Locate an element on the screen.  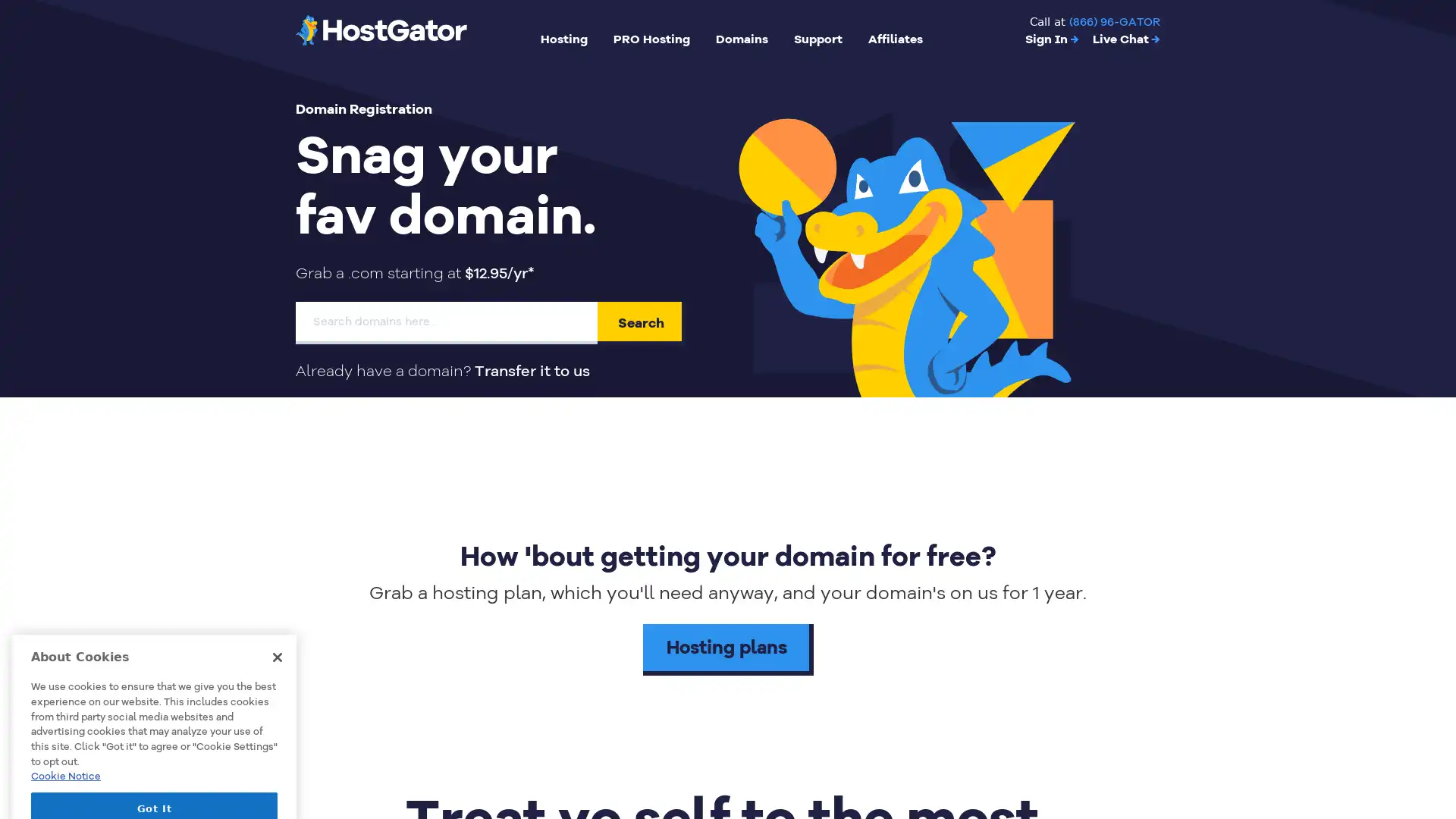
(866) 96-GATOR is located at coordinates (1114, 22).